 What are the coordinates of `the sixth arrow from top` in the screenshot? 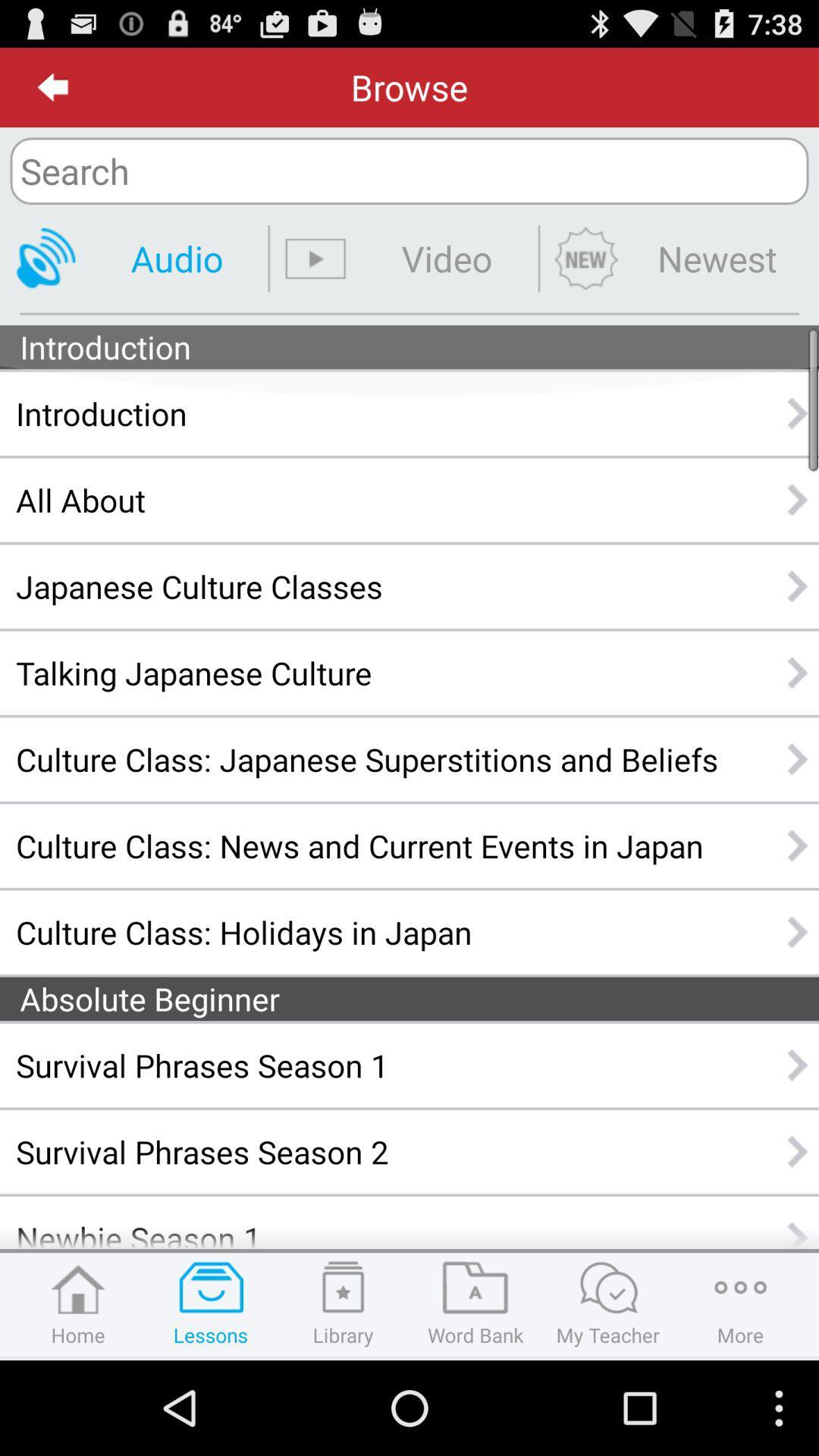 It's located at (798, 844).